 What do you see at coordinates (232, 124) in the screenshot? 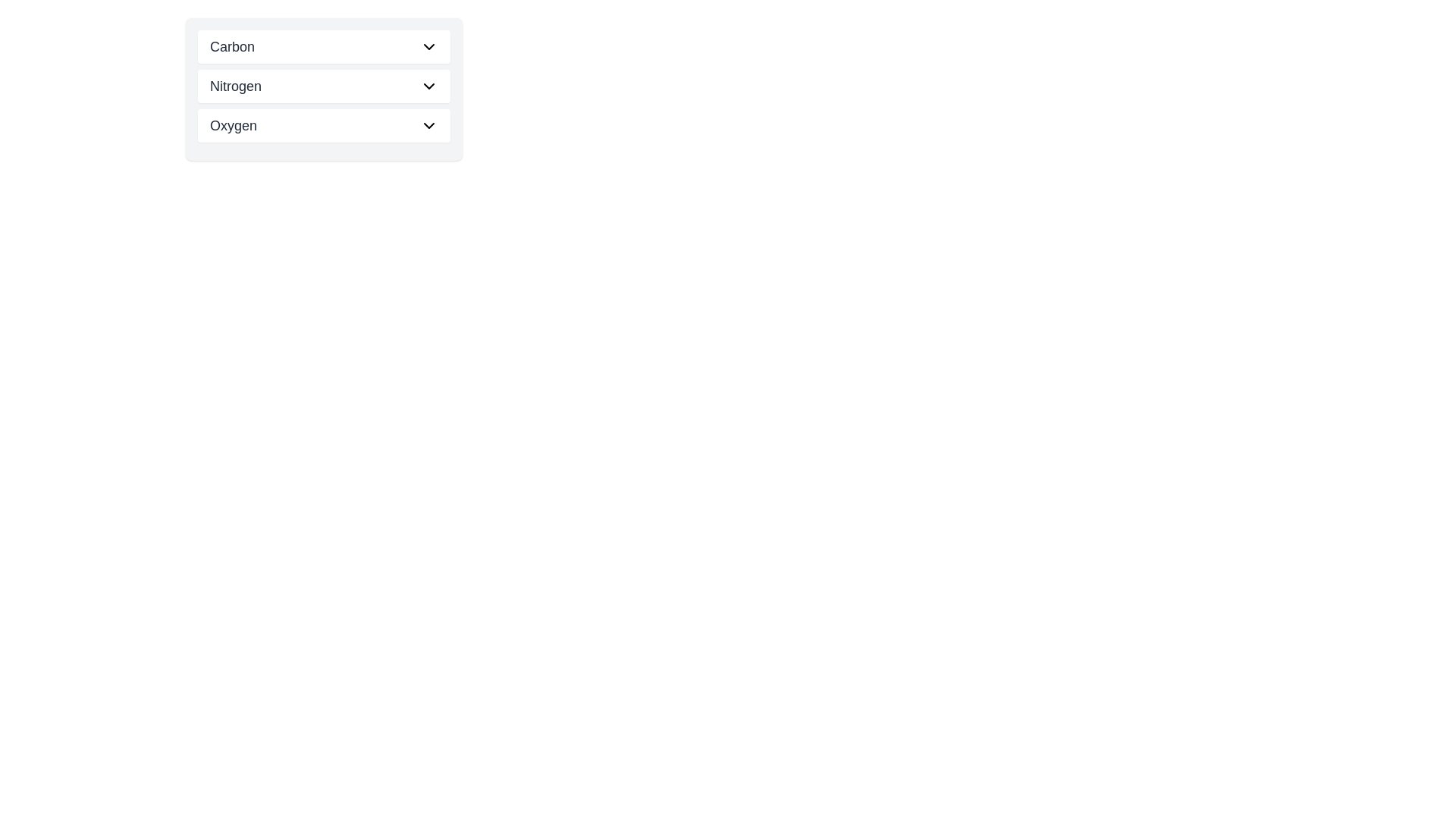
I see `text 'Oxygen' from the label located in the middle of the third item in a vertical list of selectable fields, below 'Carbon' and 'Nitrogen'` at bounding box center [232, 124].